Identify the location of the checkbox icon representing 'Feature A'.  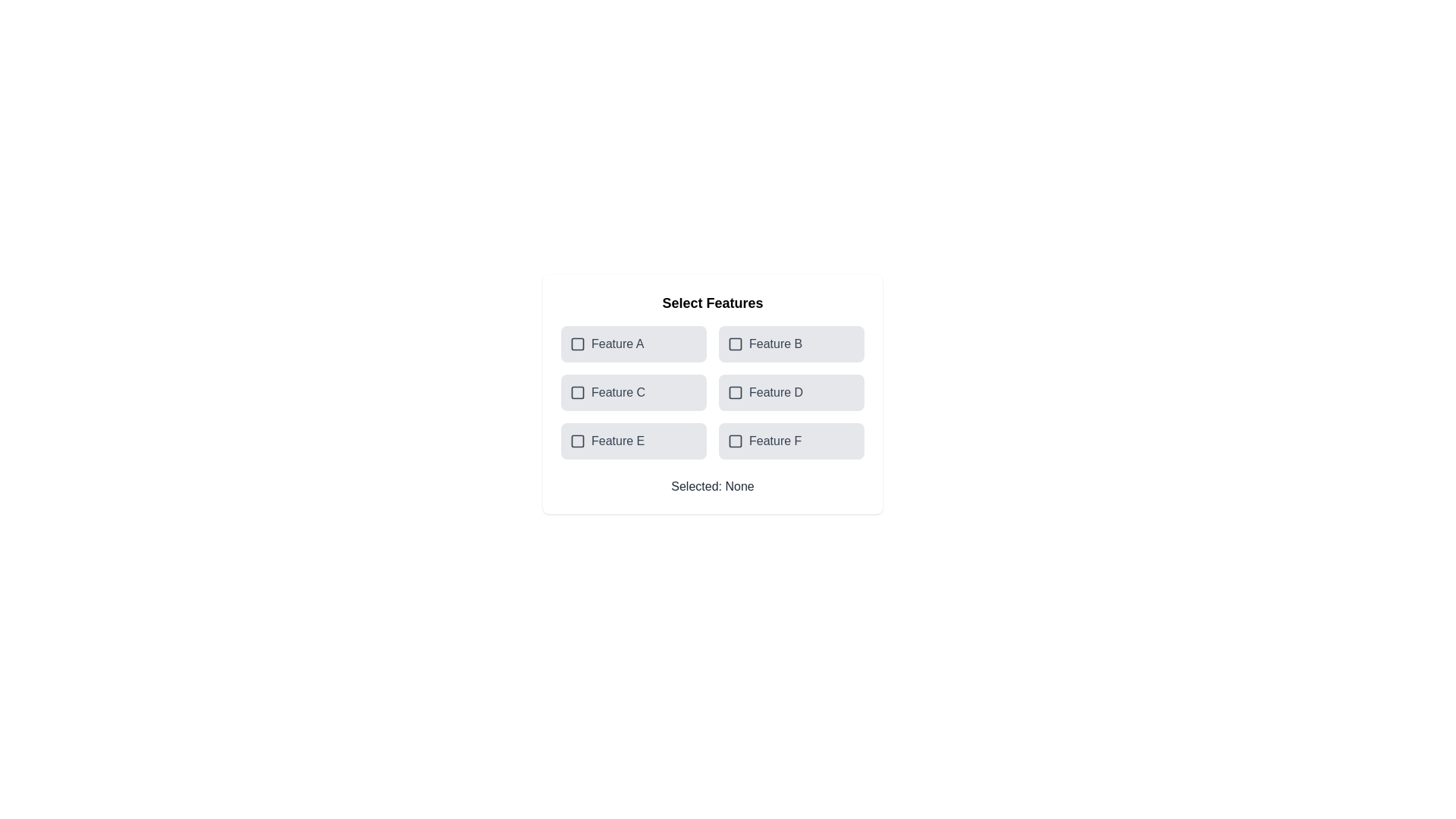
(577, 344).